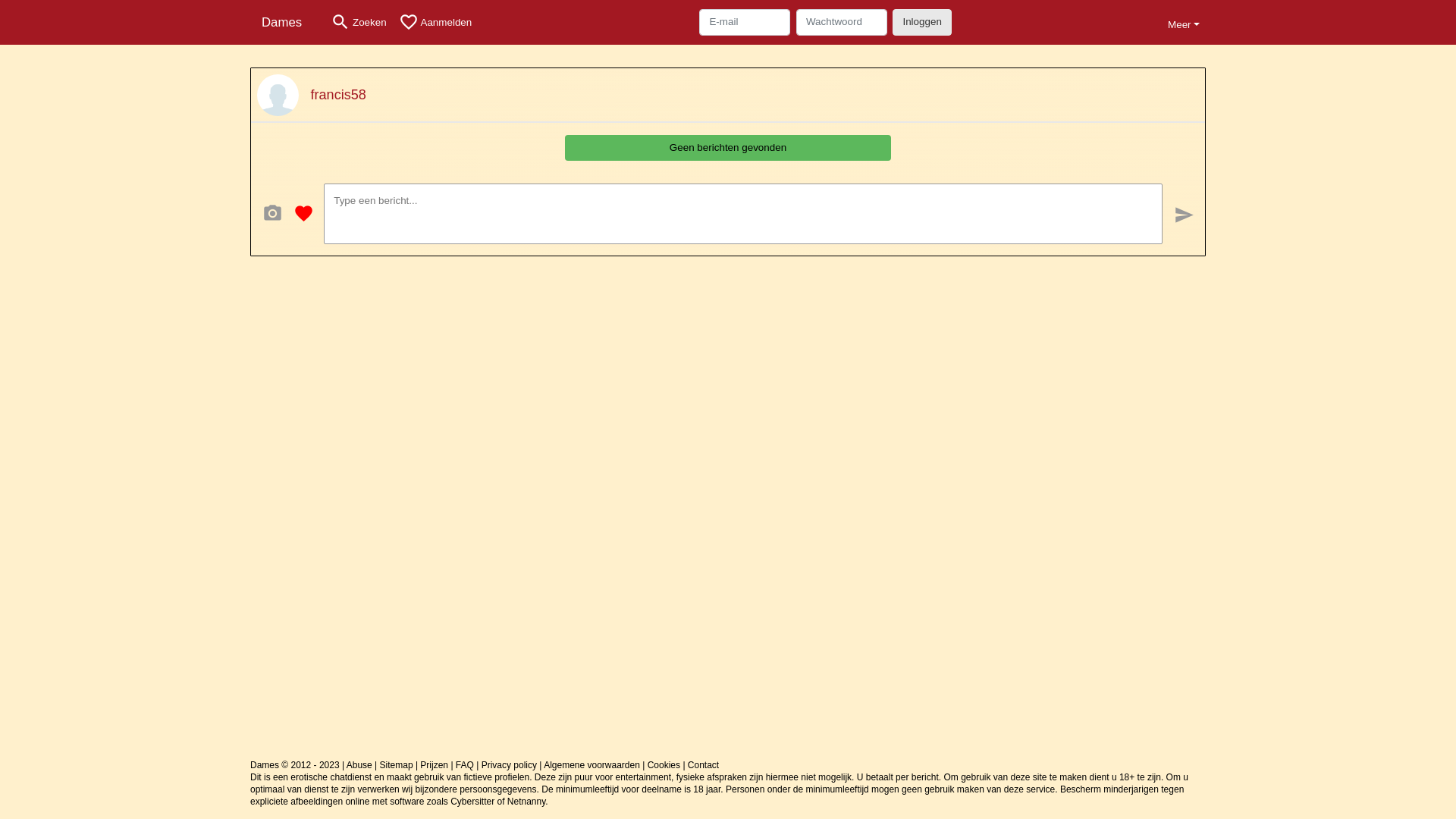  Describe the element at coordinates (687, 765) in the screenshot. I see `'Contact'` at that location.